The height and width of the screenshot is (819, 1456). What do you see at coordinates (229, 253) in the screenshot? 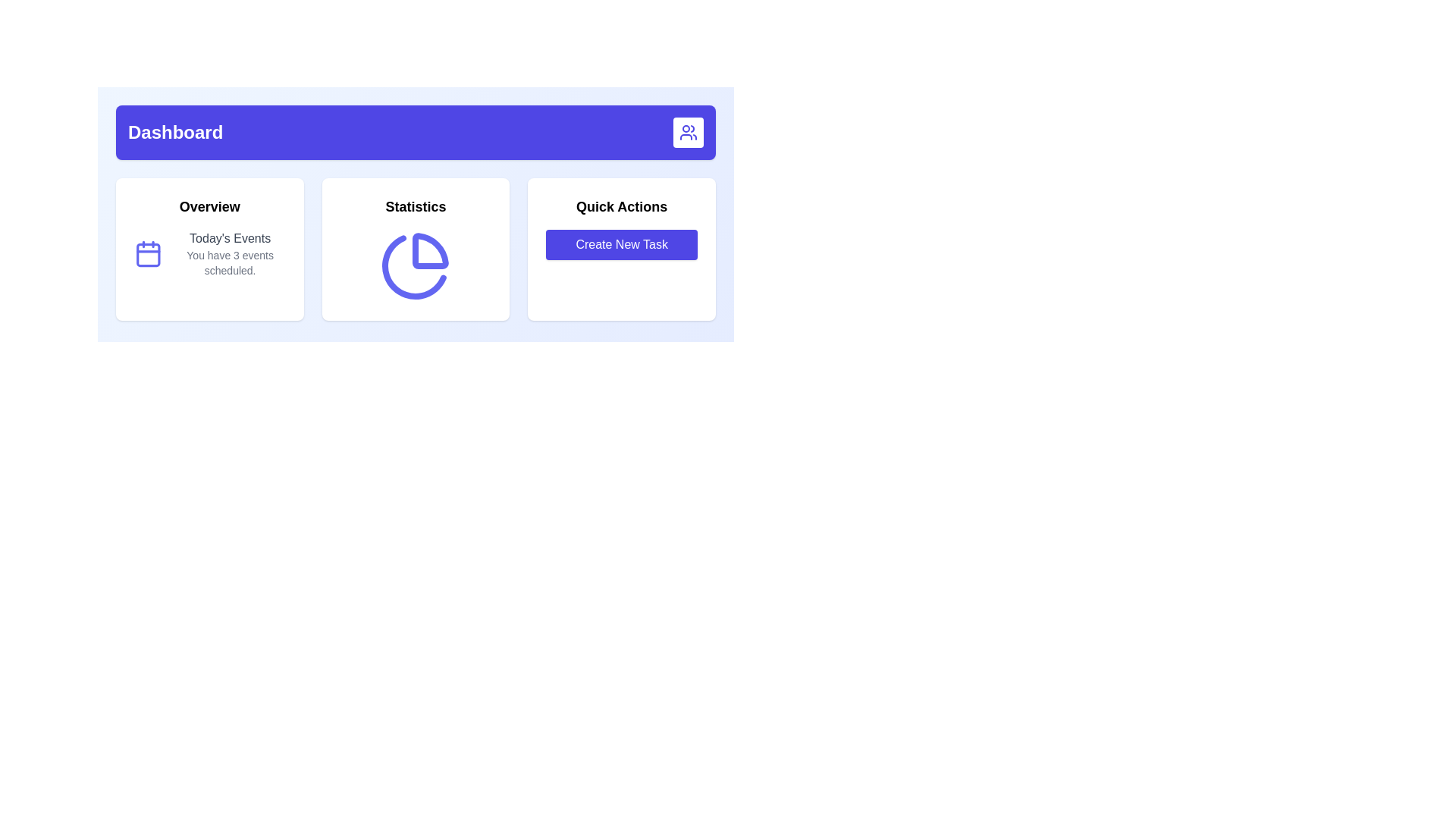
I see `the static informational text block titled 'Today's Events' which displays the message 'You have 3 events scheduled.'` at bounding box center [229, 253].